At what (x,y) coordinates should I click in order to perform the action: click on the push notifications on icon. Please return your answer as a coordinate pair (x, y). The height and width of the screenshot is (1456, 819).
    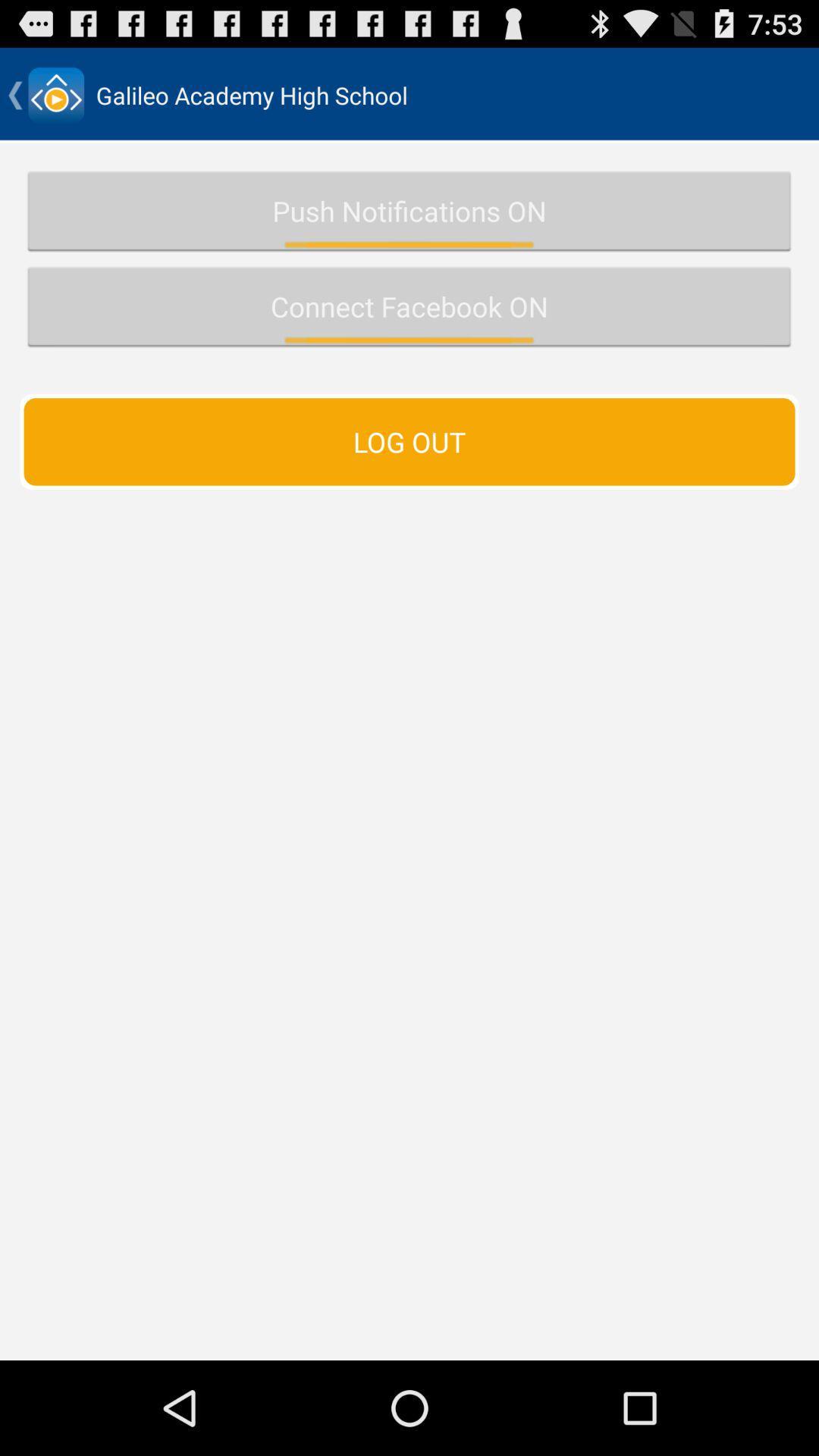
    Looking at the image, I should click on (409, 210).